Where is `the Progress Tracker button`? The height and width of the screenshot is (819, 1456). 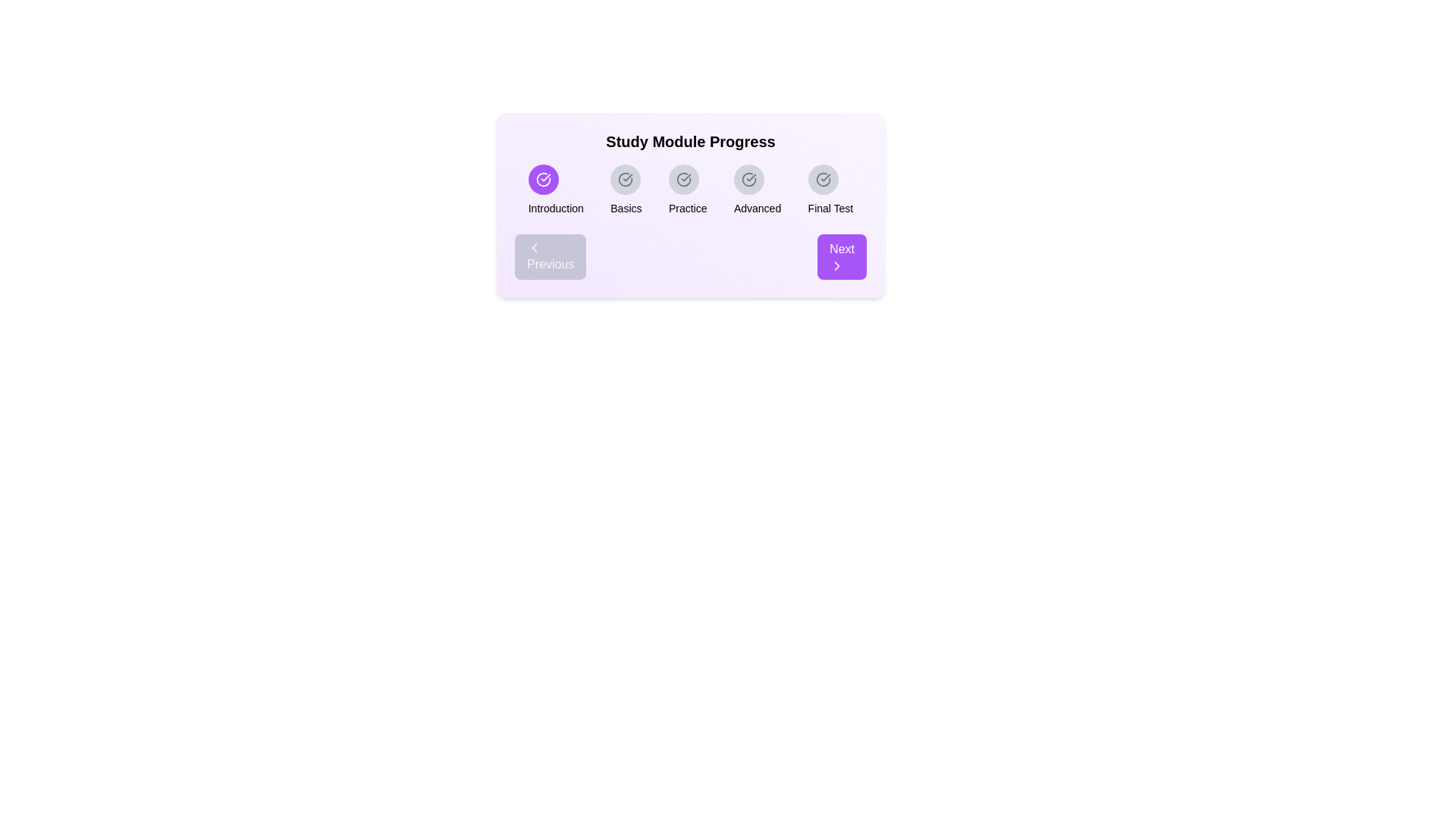 the Progress Tracker button is located at coordinates (690, 189).